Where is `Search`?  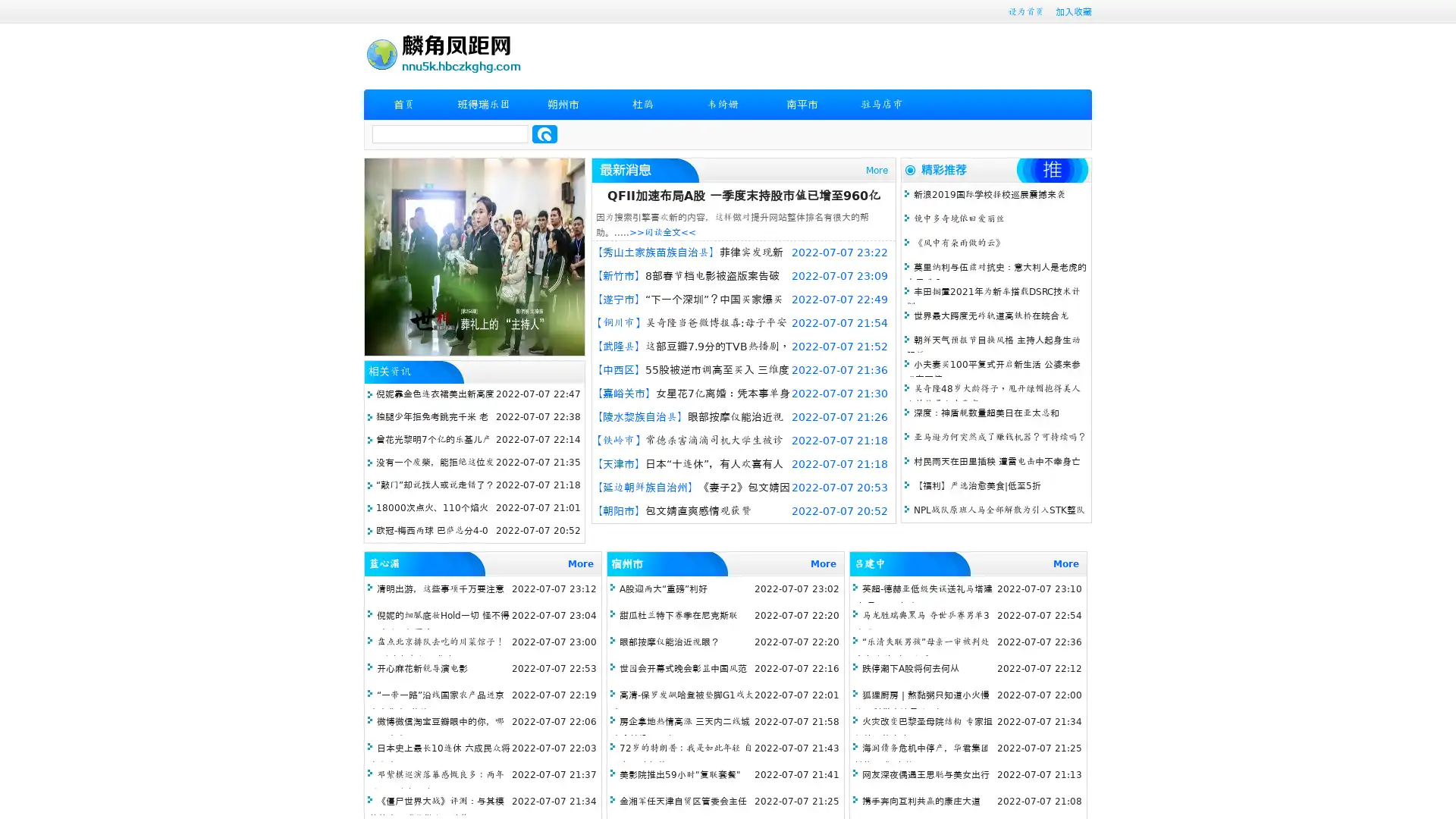 Search is located at coordinates (544, 133).